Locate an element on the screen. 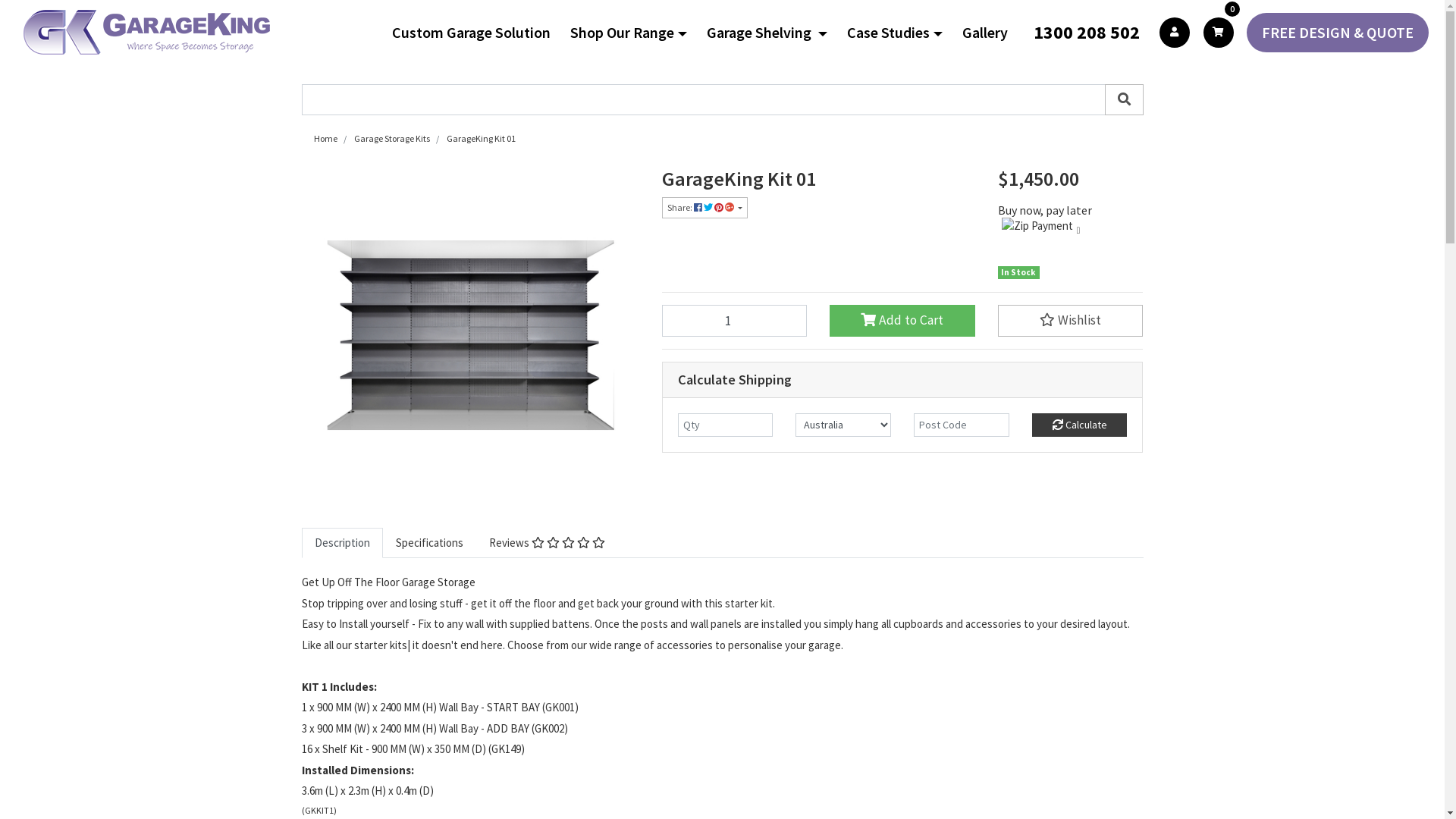 Image resolution: width=1456 pixels, height=819 pixels. 'FREE DESIGN & QUOTE' is located at coordinates (1337, 32).